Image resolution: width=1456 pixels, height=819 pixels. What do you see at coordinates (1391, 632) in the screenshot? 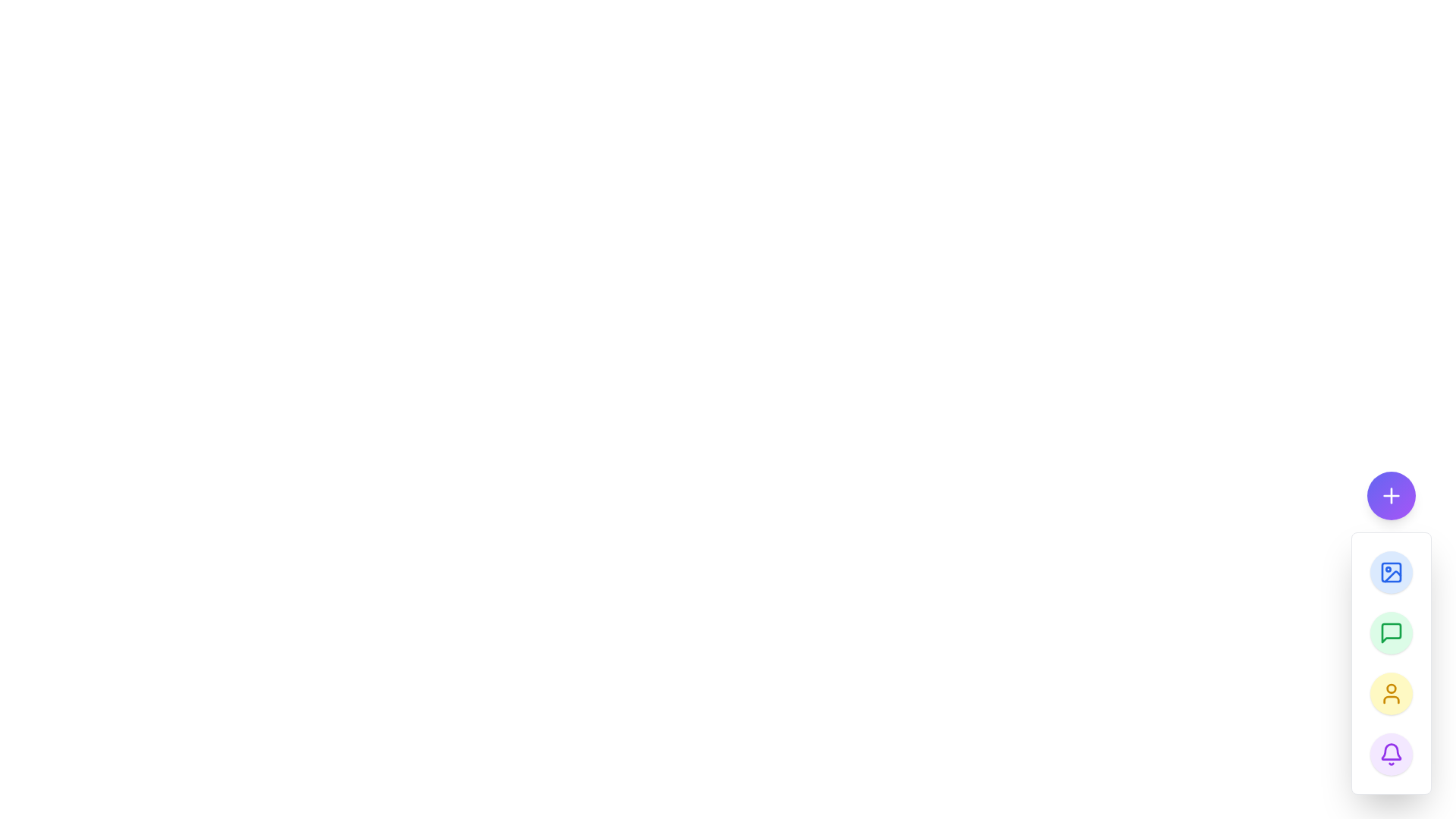
I see `the green rounded square icon button with a minimalist speech bubble design` at bounding box center [1391, 632].